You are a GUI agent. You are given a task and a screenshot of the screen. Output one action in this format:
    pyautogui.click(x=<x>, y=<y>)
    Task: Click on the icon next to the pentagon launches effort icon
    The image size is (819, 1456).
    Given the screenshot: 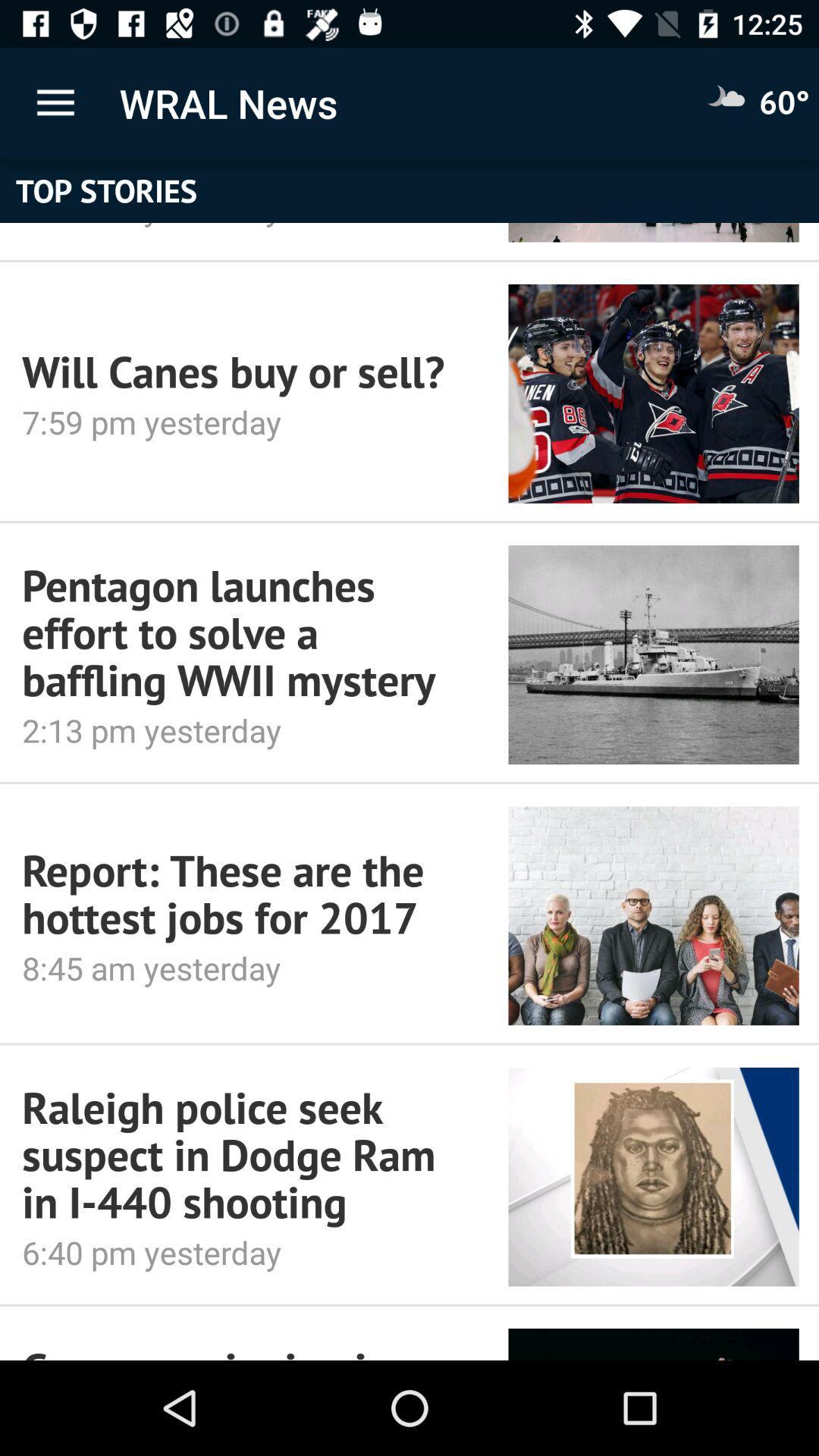 What is the action you would take?
    pyautogui.click(x=653, y=654)
    